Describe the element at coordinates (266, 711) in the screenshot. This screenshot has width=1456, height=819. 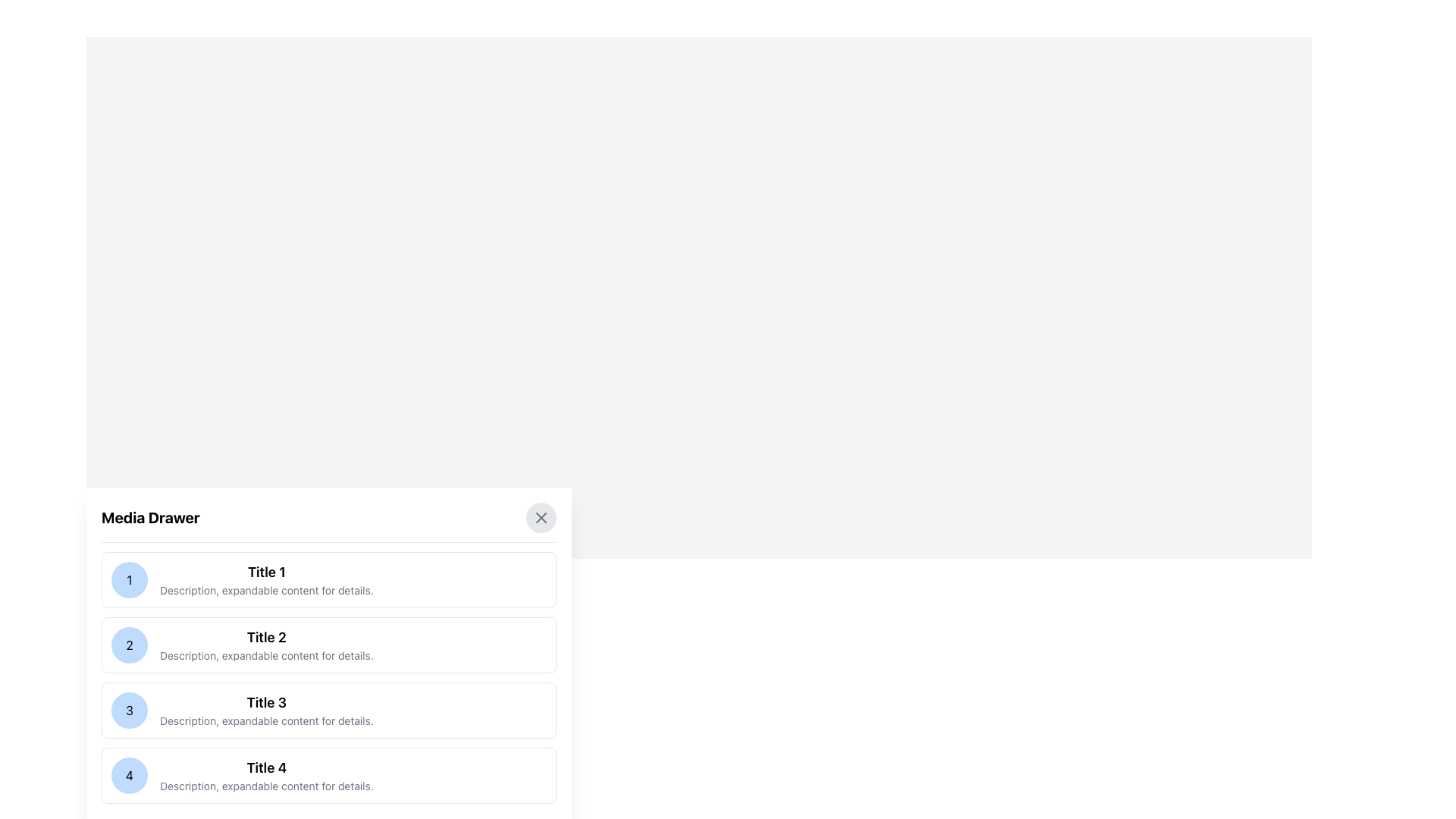
I see `the list item with title and description text located in the third row of the list` at that location.